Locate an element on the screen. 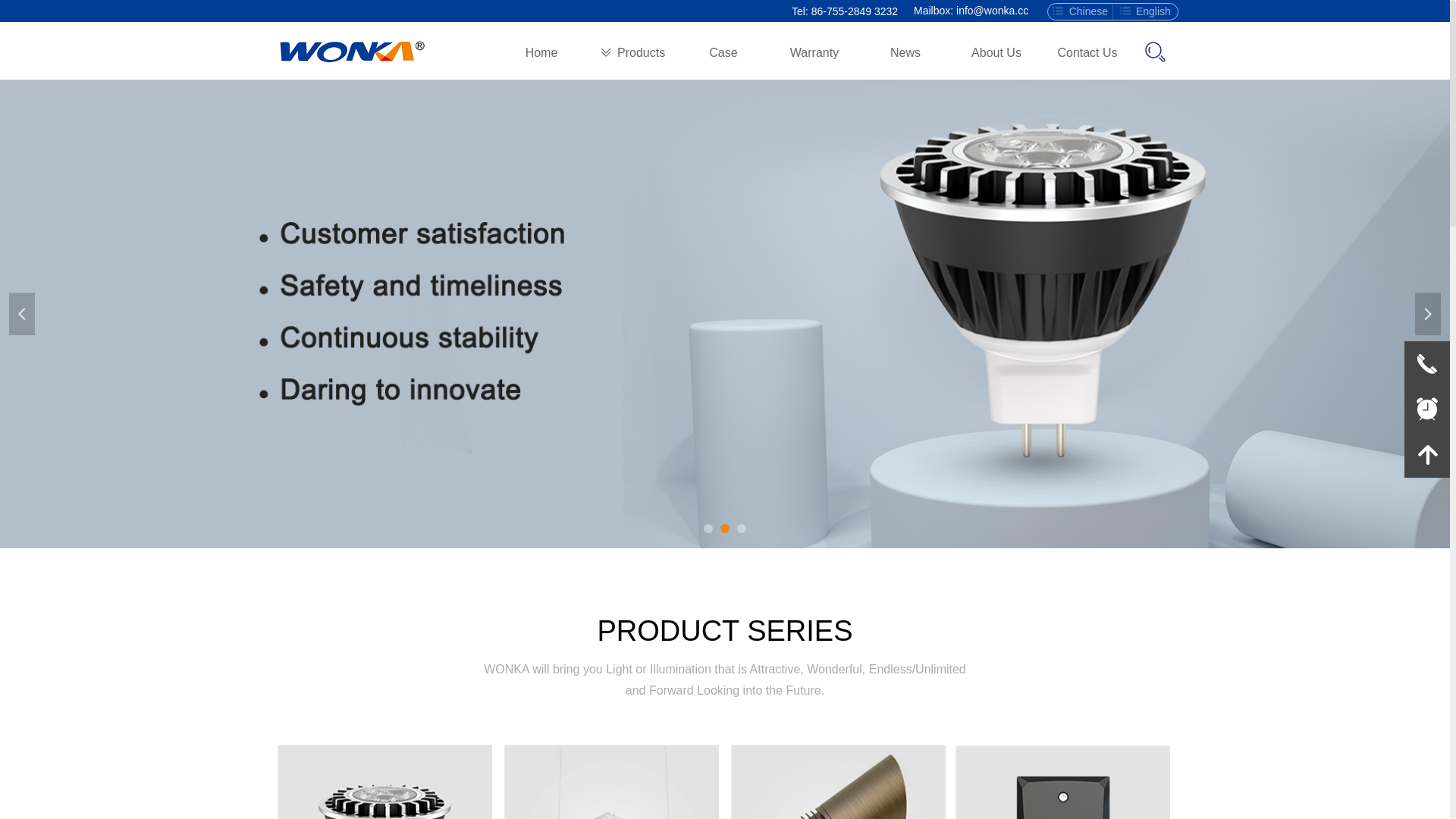 The width and height of the screenshot is (1456, 819). 'News' is located at coordinates (905, 52).